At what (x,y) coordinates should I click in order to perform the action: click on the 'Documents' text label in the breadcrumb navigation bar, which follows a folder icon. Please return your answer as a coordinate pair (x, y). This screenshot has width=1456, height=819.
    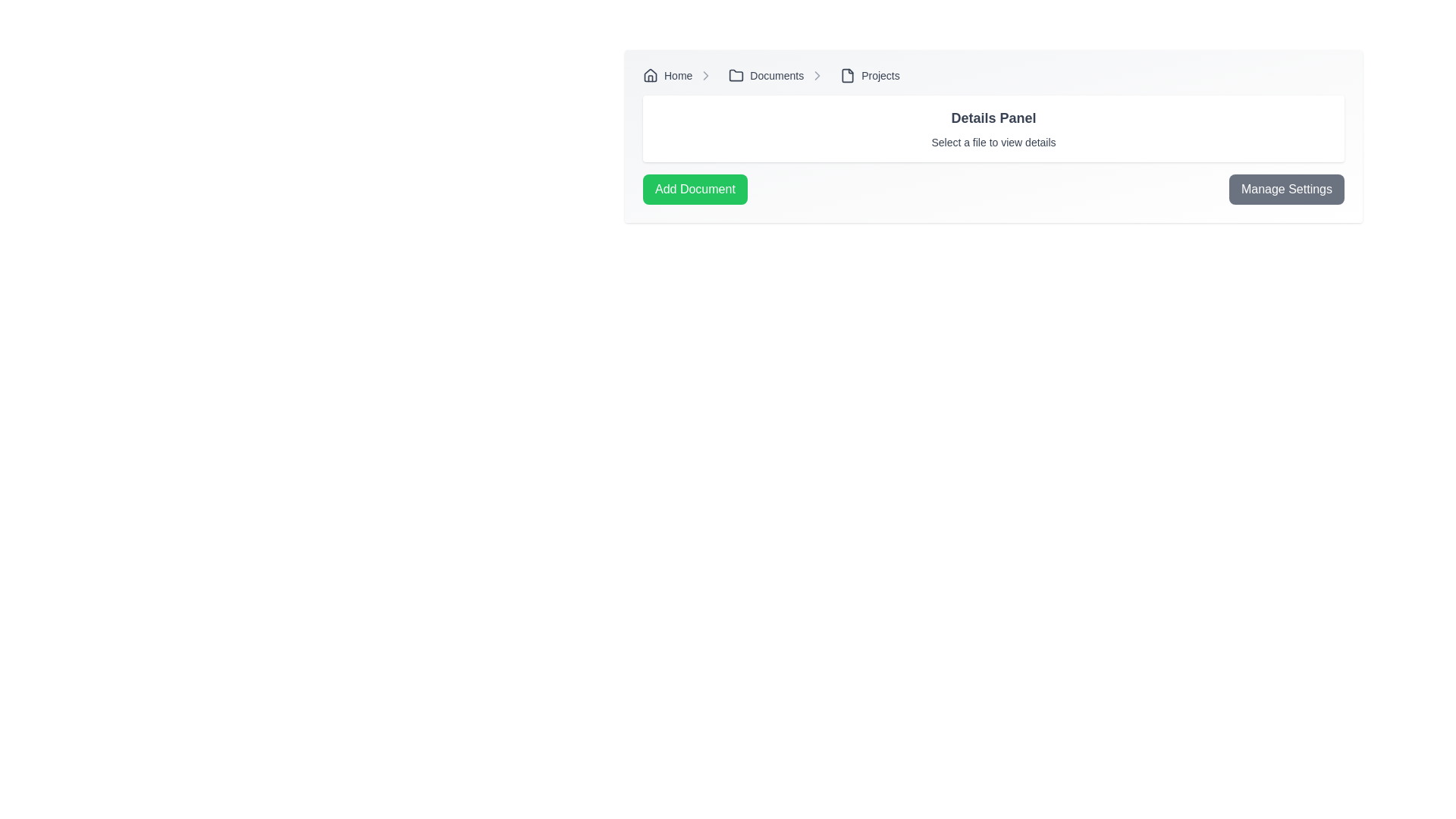
    Looking at the image, I should click on (777, 76).